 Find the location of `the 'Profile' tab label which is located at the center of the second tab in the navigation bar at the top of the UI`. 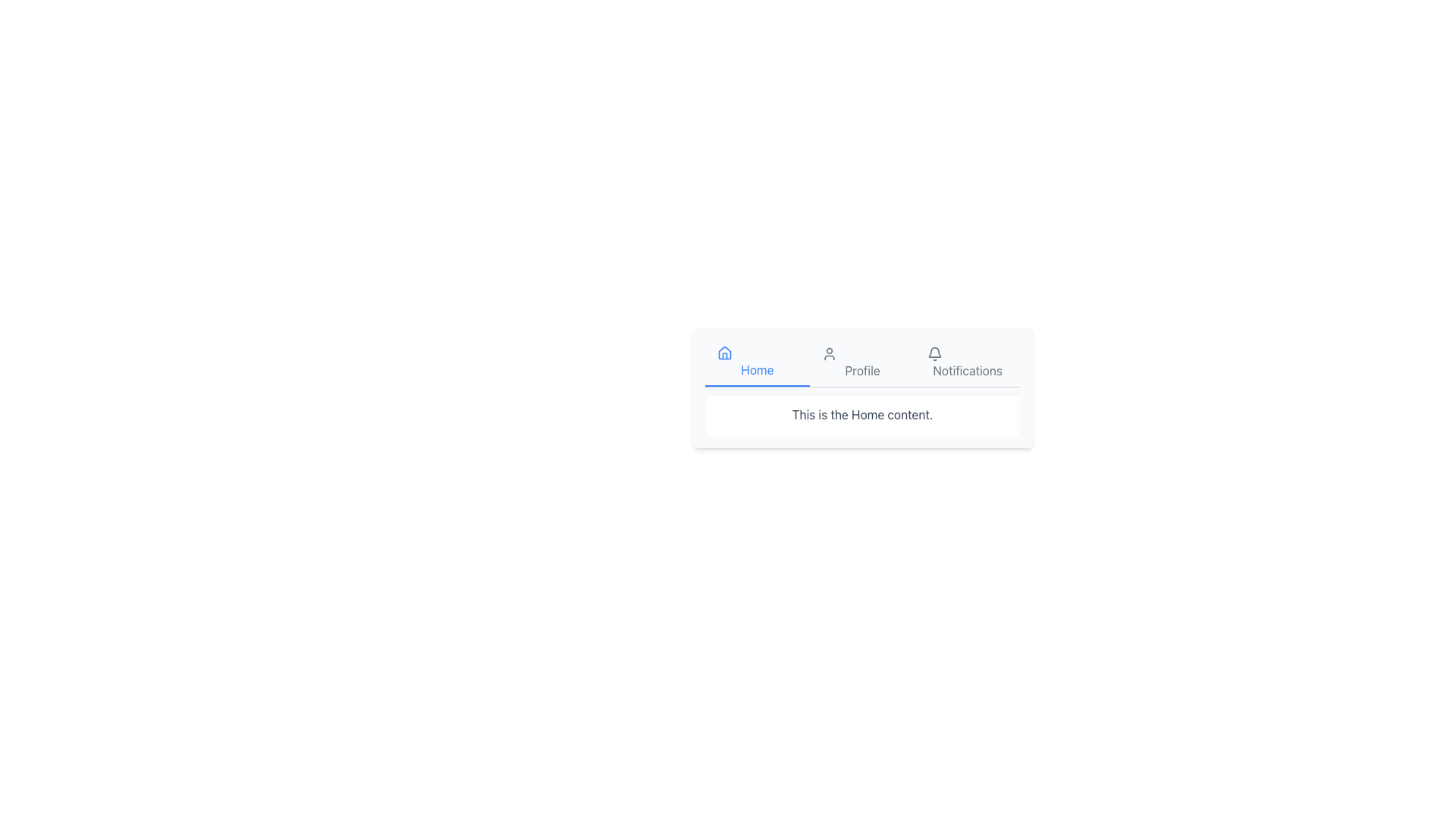

the 'Profile' tab label which is located at the center of the second tab in the navigation bar at the top of the UI is located at coordinates (862, 371).